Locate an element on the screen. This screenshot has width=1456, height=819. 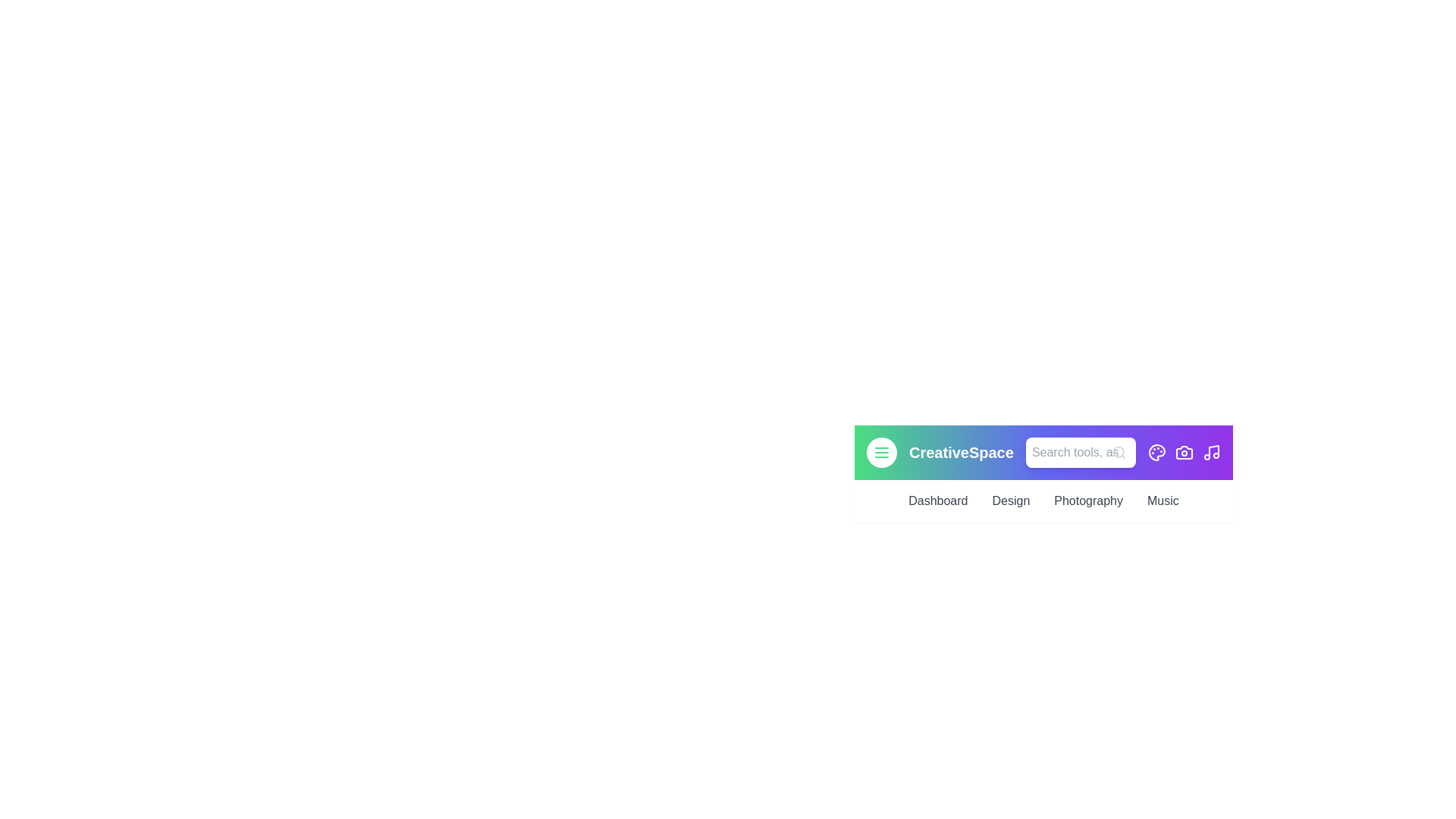
the toolbar icon Palette is located at coordinates (1156, 452).